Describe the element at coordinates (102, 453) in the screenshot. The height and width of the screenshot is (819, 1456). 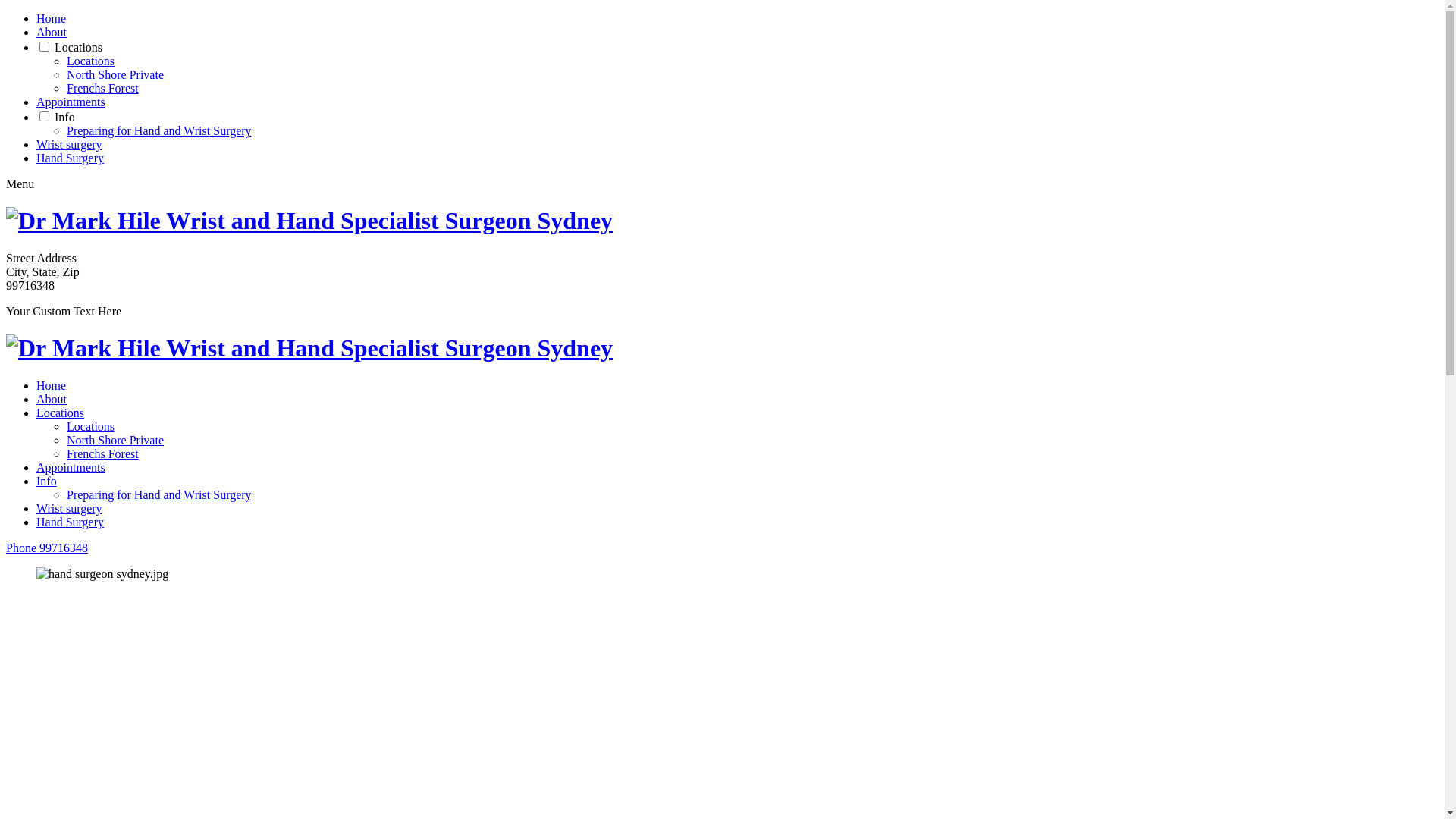
I see `'Frenchs Forest'` at that location.